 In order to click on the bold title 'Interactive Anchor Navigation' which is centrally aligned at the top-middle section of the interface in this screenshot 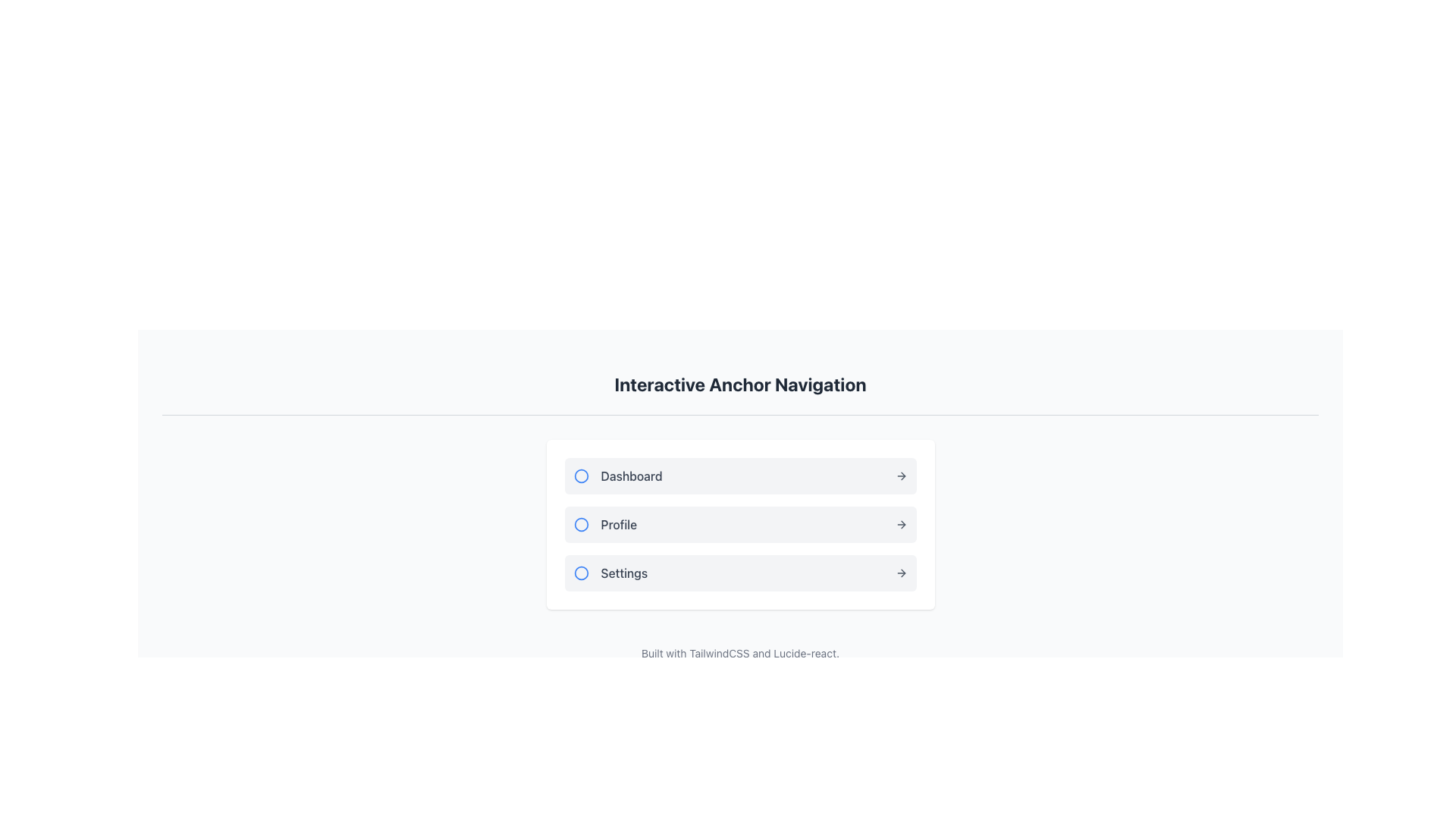, I will do `click(740, 383)`.